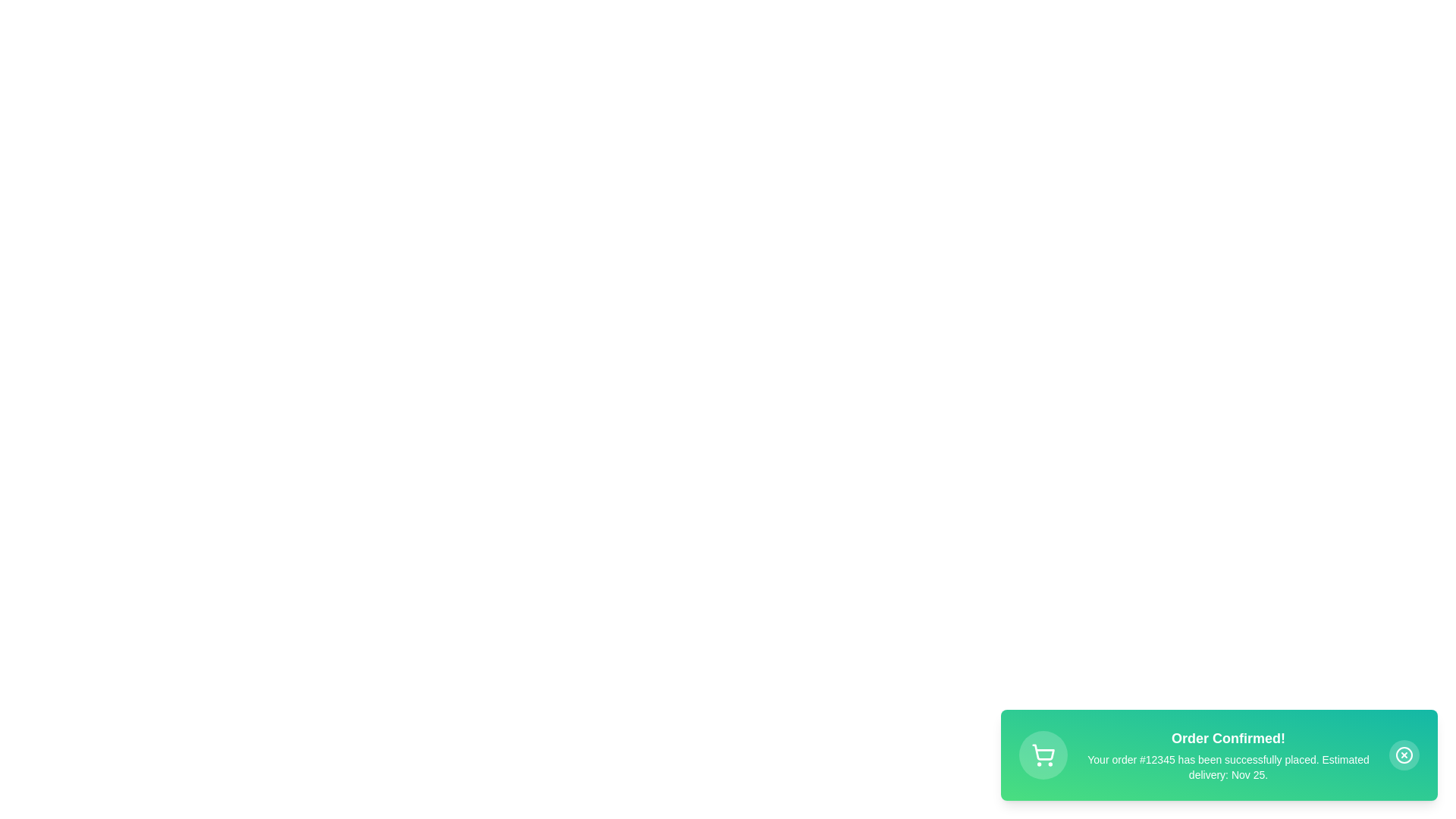  What do you see at coordinates (1043, 755) in the screenshot?
I see `the shopping cart icon located in the bottom right corner of the interface inside the order confirmation notification card, centrally aligned vertically within the card` at bounding box center [1043, 755].